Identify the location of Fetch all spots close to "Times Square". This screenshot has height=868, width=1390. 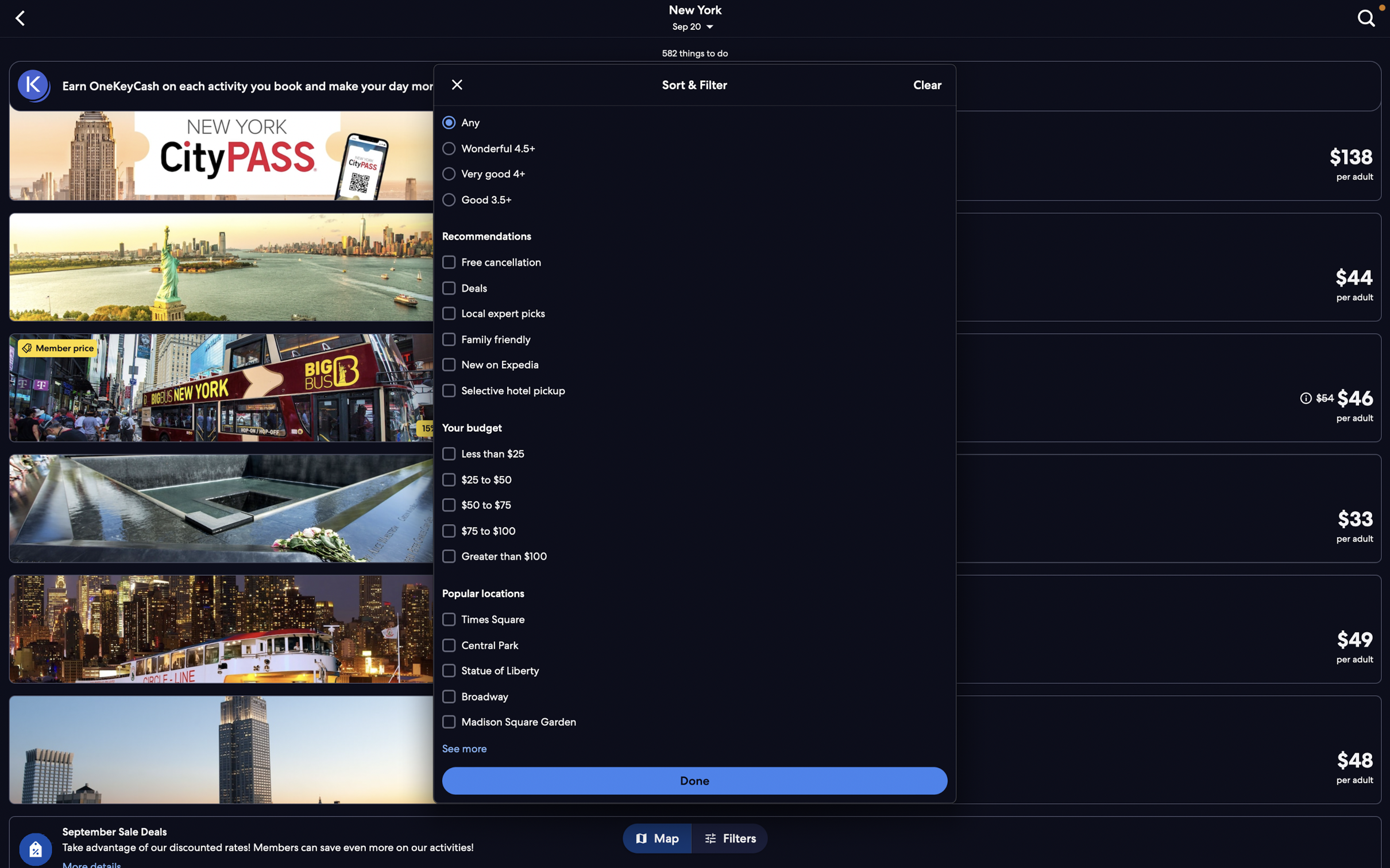
(696, 619).